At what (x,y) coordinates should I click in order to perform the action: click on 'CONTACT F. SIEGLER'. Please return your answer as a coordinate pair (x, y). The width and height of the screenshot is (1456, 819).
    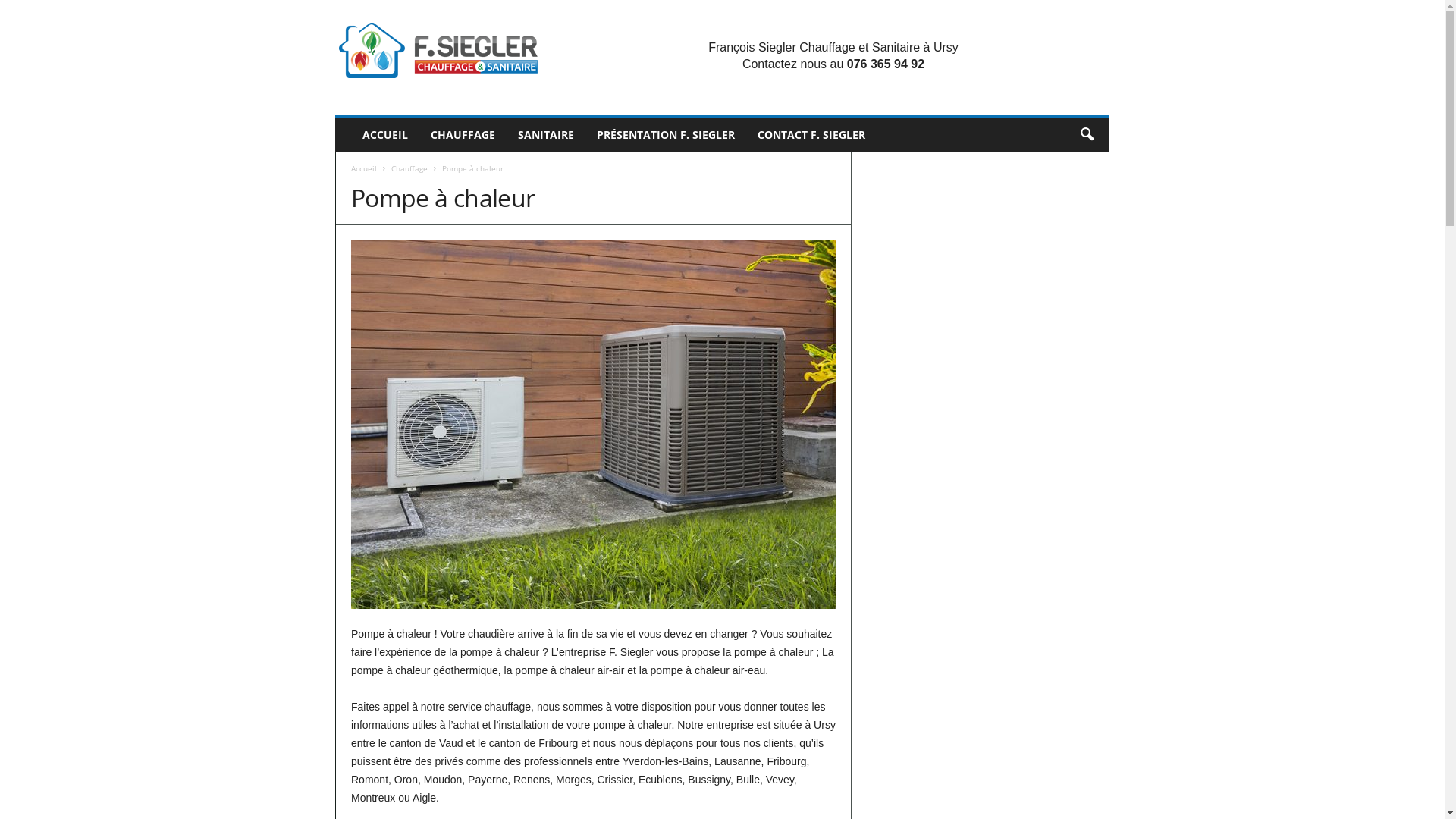
    Looking at the image, I should click on (811, 133).